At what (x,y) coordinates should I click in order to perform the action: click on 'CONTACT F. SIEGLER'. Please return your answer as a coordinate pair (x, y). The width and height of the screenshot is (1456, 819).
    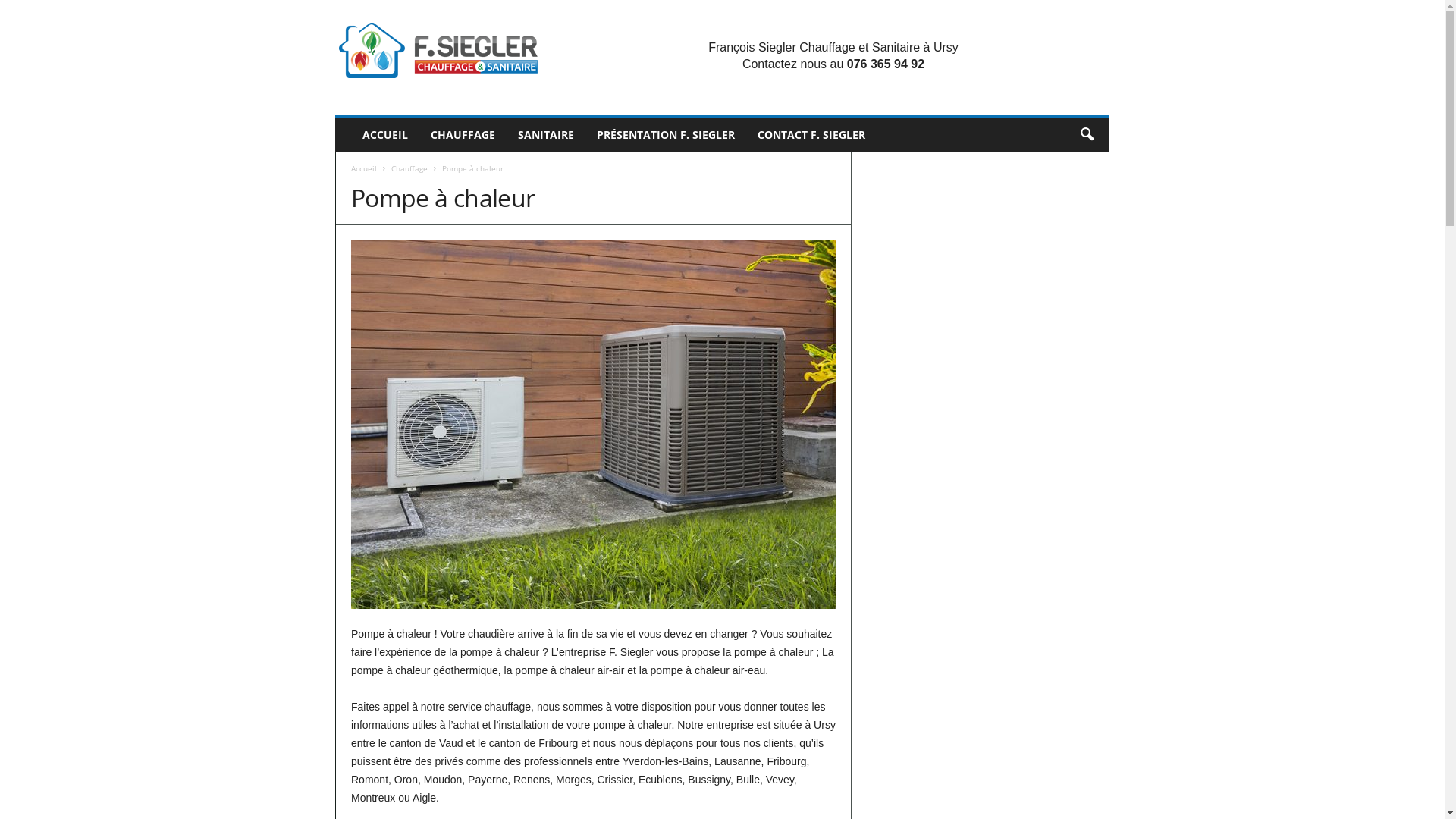
    Looking at the image, I should click on (811, 133).